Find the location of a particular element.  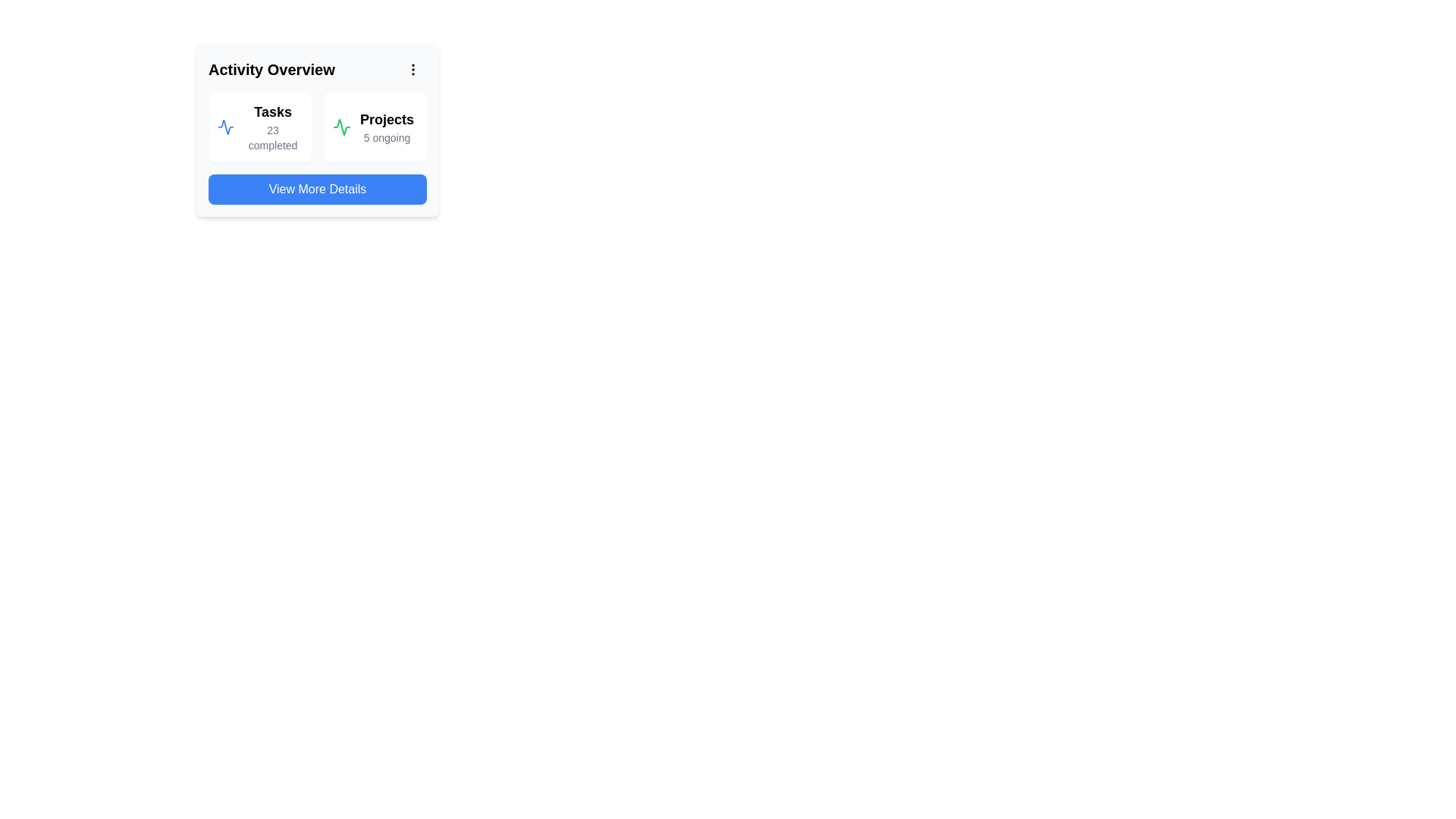

the small graphical activity wave icon with a green stroke located at the top-left corner of the 'Tasks' card in the 'Activity Overview' interface is located at coordinates (341, 127).